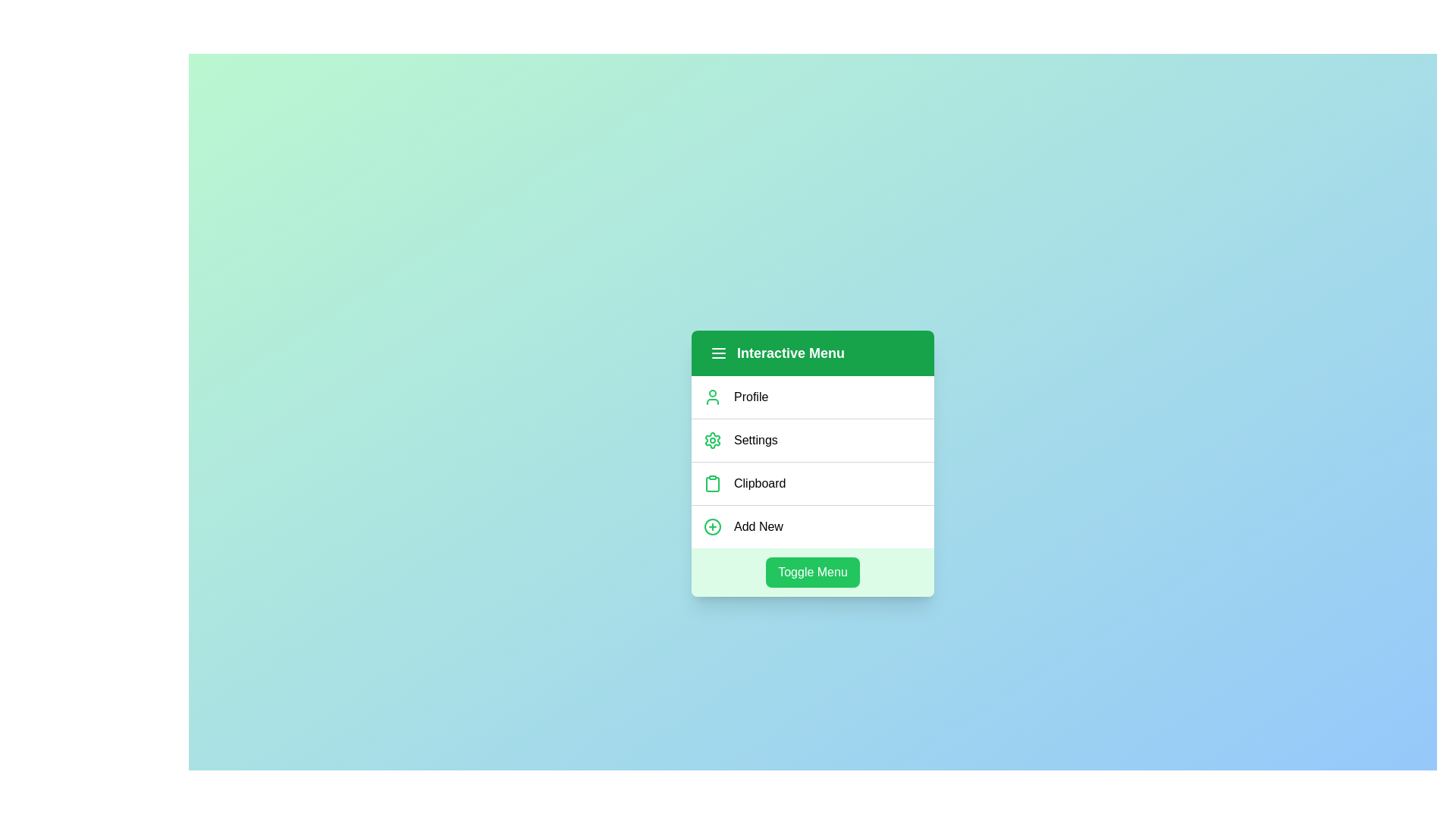 Image resolution: width=1456 pixels, height=819 pixels. What do you see at coordinates (811, 439) in the screenshot?
I see `the menu item Settings` at bounding box center [811, 439].